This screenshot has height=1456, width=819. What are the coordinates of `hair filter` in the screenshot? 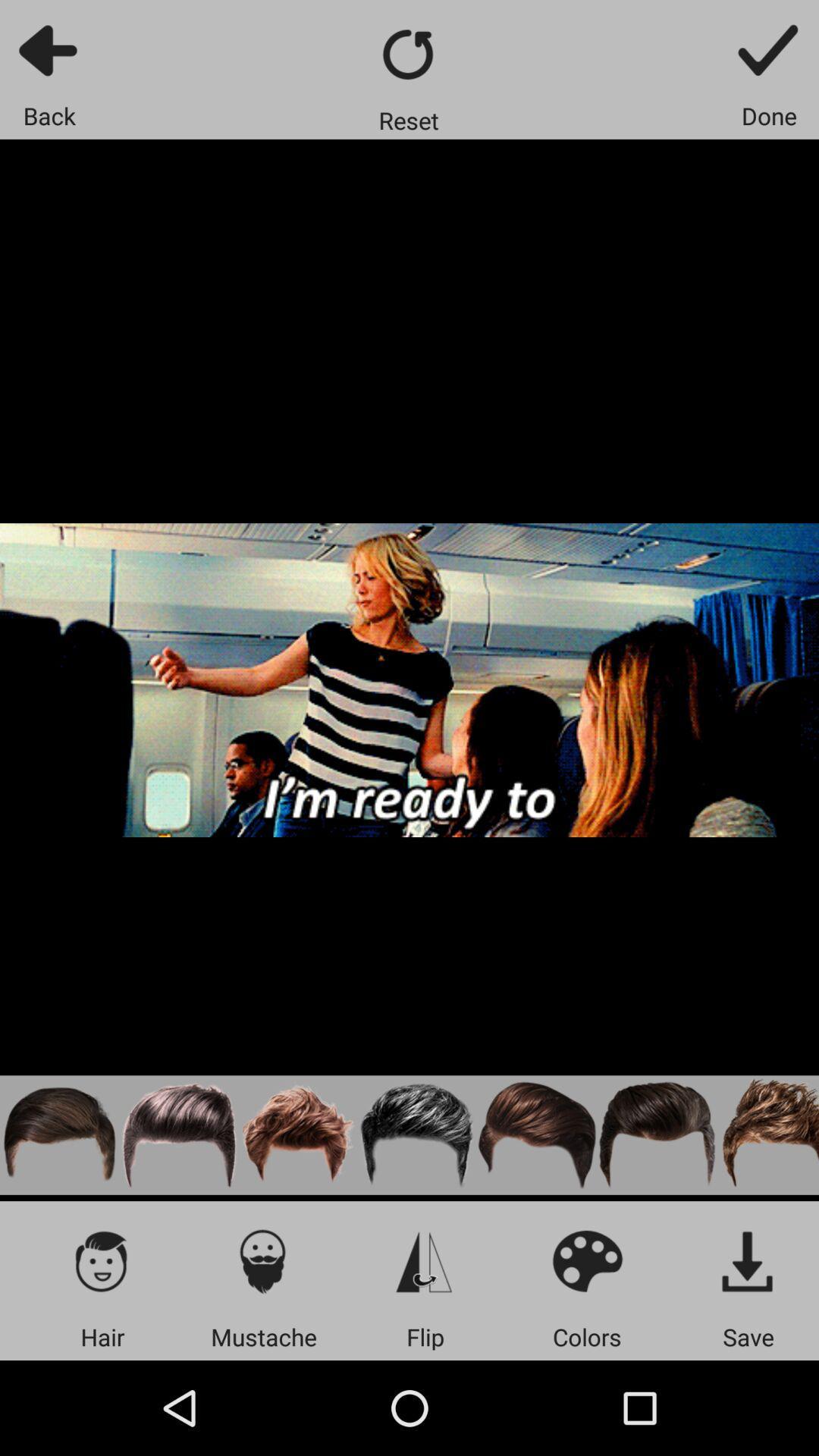 It's located at (178, 1135).